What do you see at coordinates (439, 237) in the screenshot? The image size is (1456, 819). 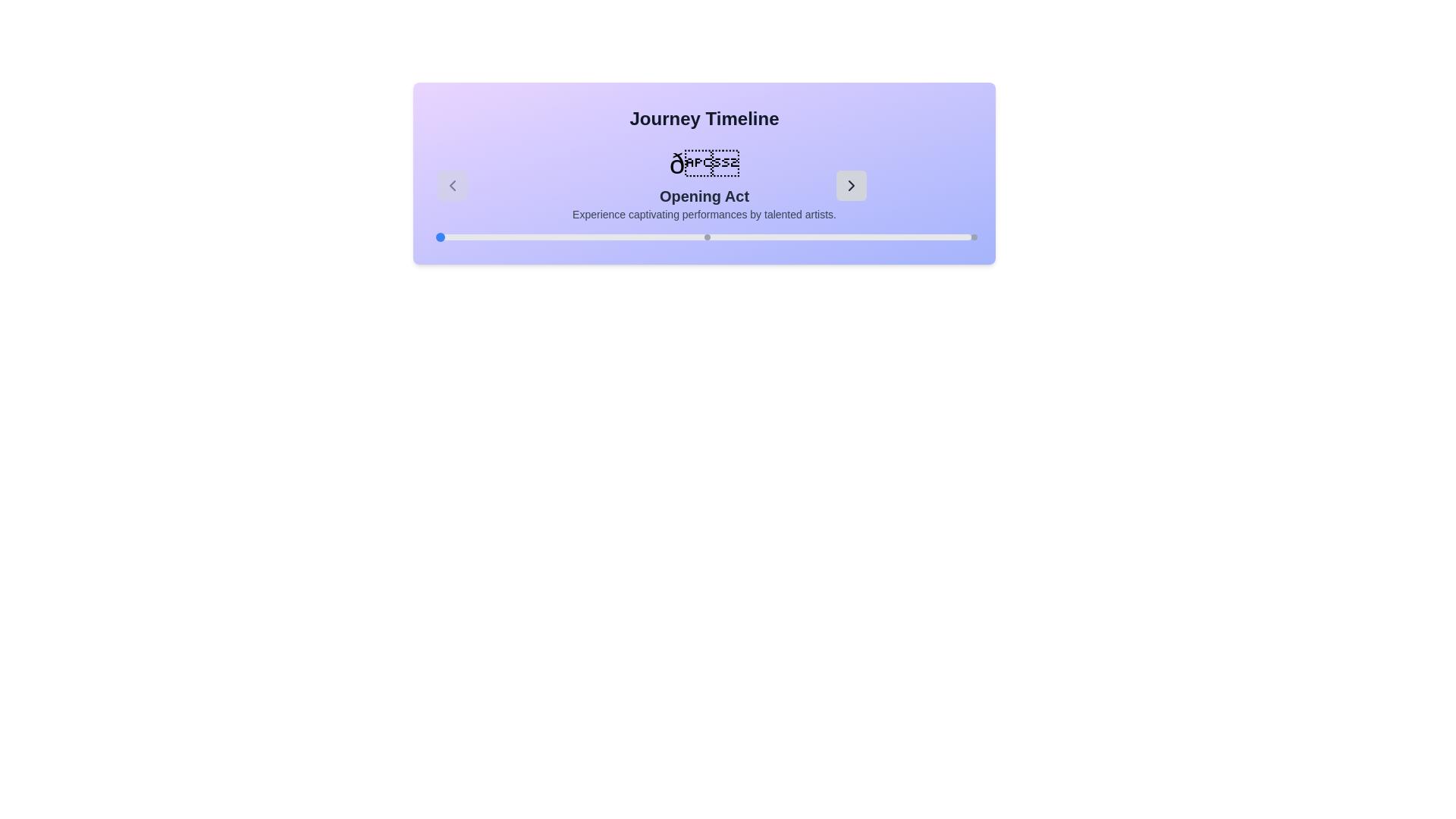 I see `the blue circular progress marker located at the leftmost point of the horizontal progress bar` at bounding box center [439, 237].